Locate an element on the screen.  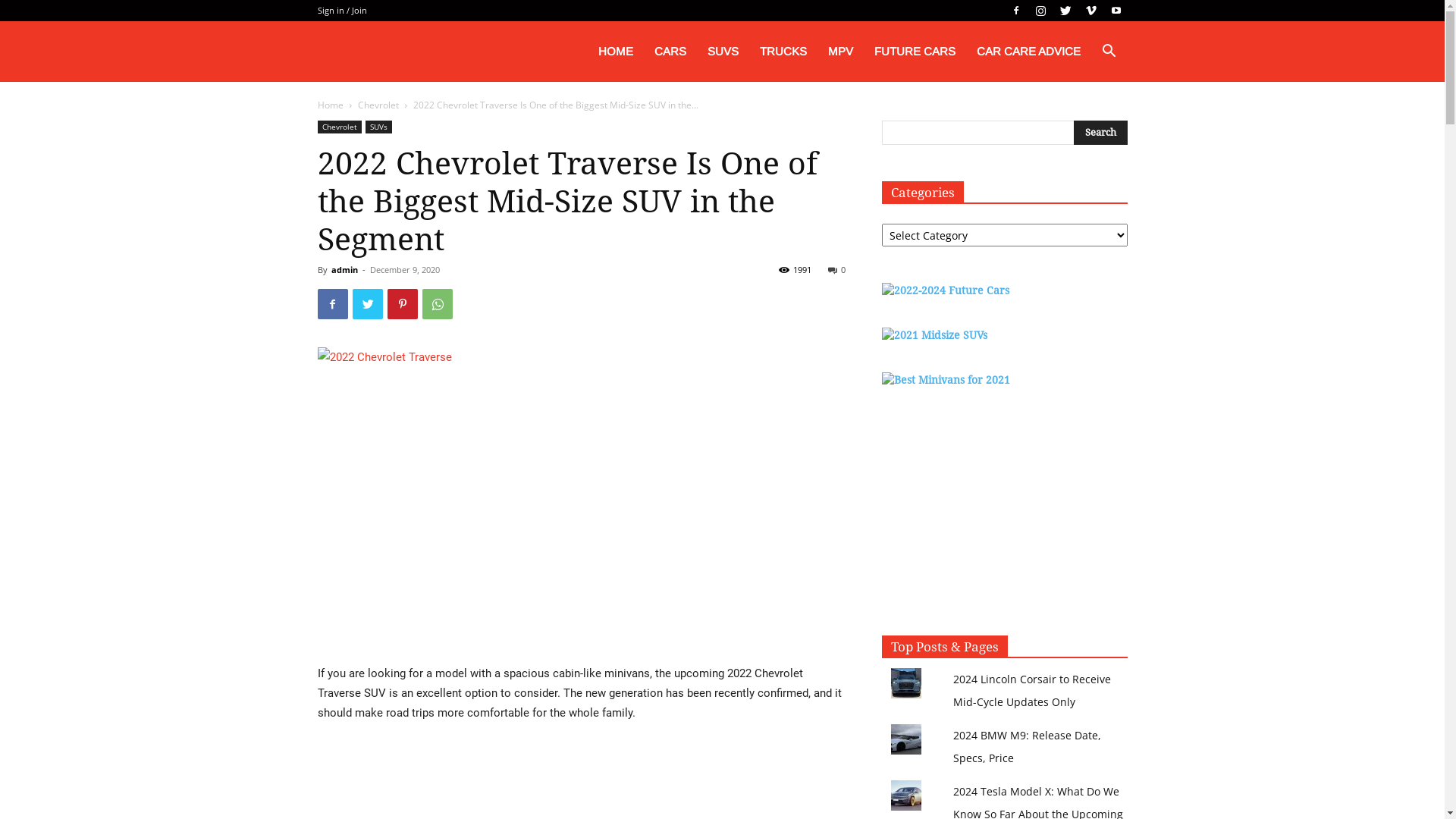
'admin' is located at coordinates (343, 268).